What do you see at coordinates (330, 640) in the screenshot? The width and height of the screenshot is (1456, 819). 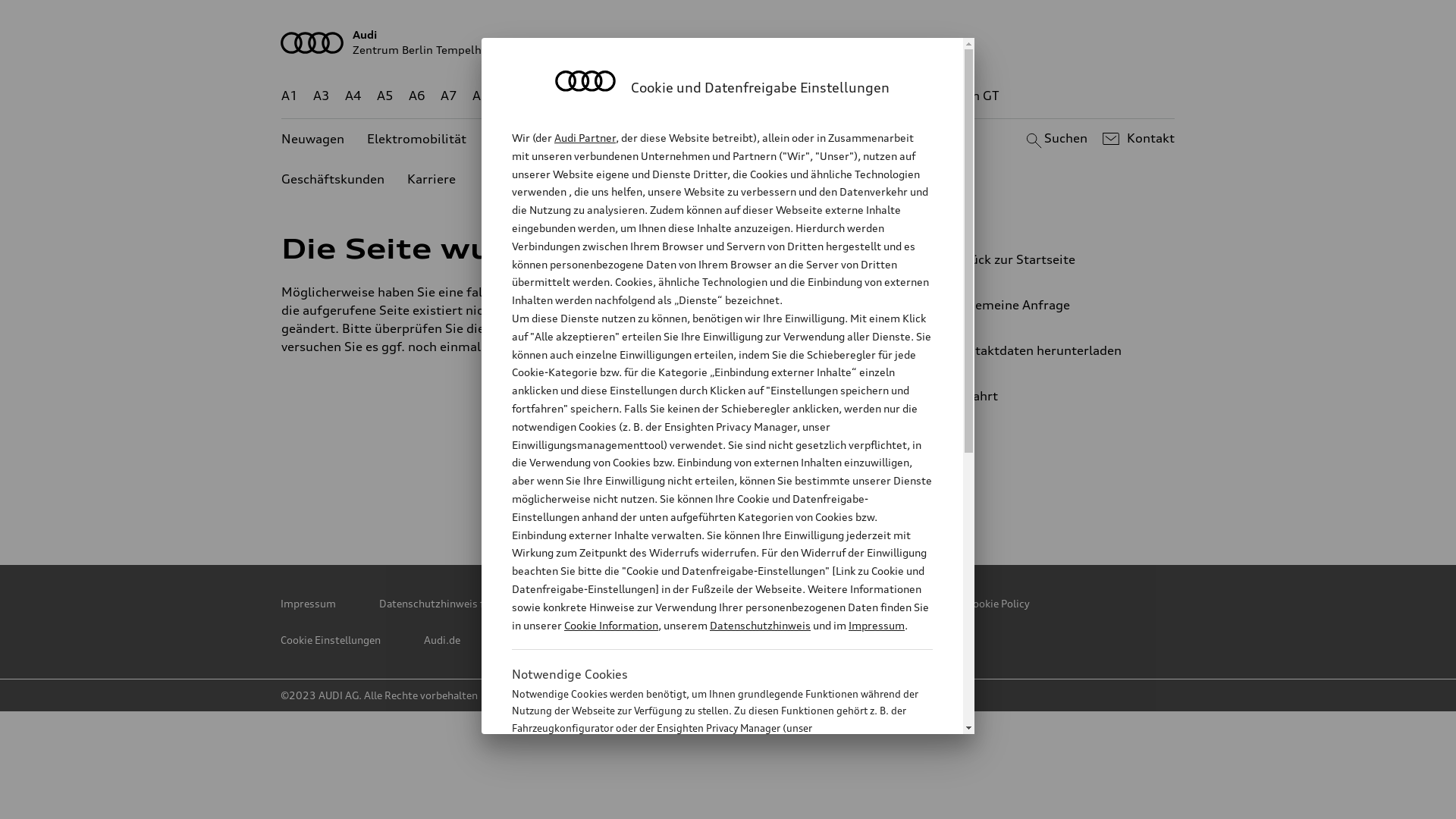 I see `'Cookie Einstellungen'` at bounding box center [330, 640].